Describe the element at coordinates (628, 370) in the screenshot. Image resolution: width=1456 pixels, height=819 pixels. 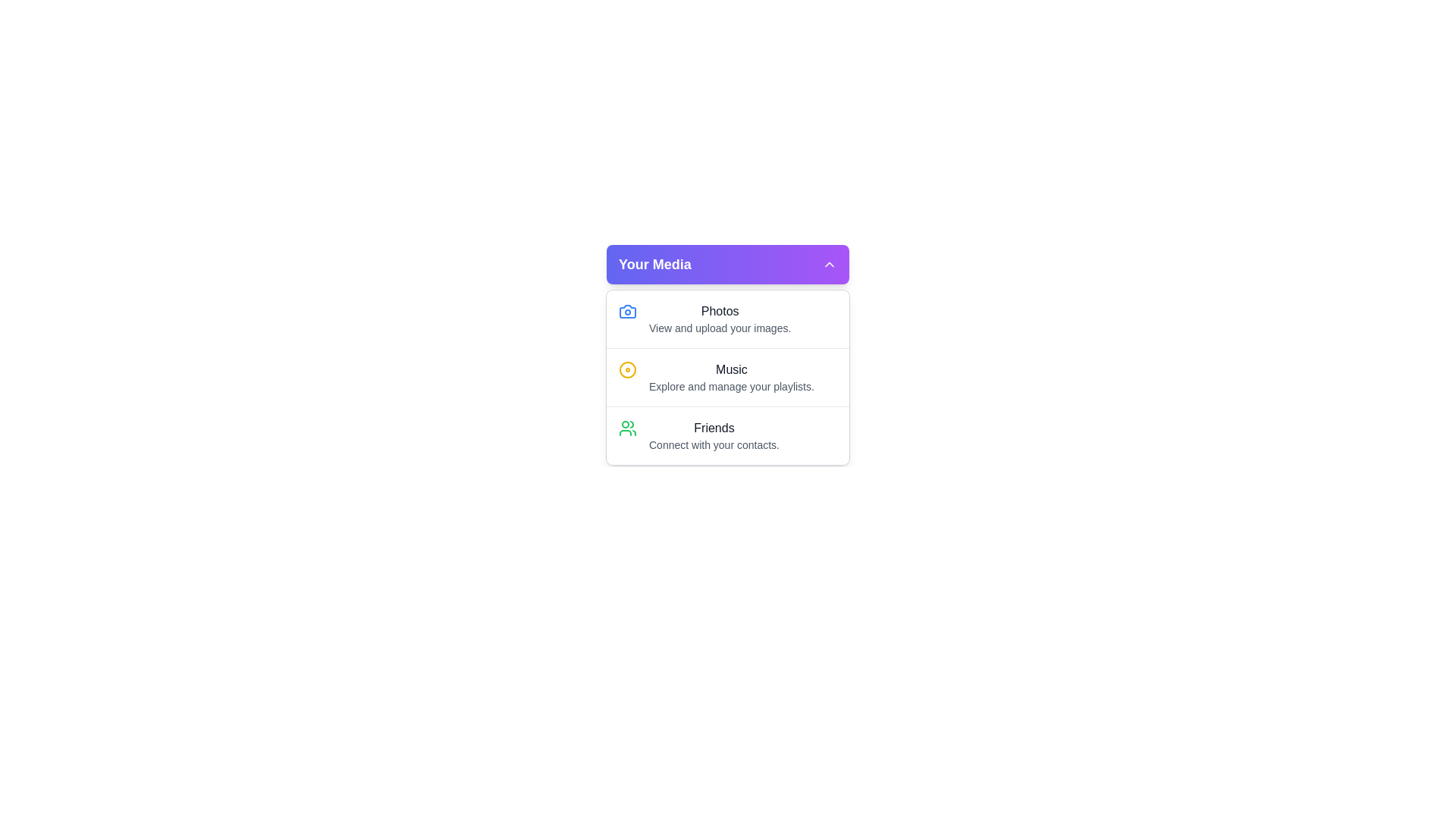
I see `the Music icon located at the start of the second entry under the header 'Your Media', which visually represents the Music functionality` at that location.